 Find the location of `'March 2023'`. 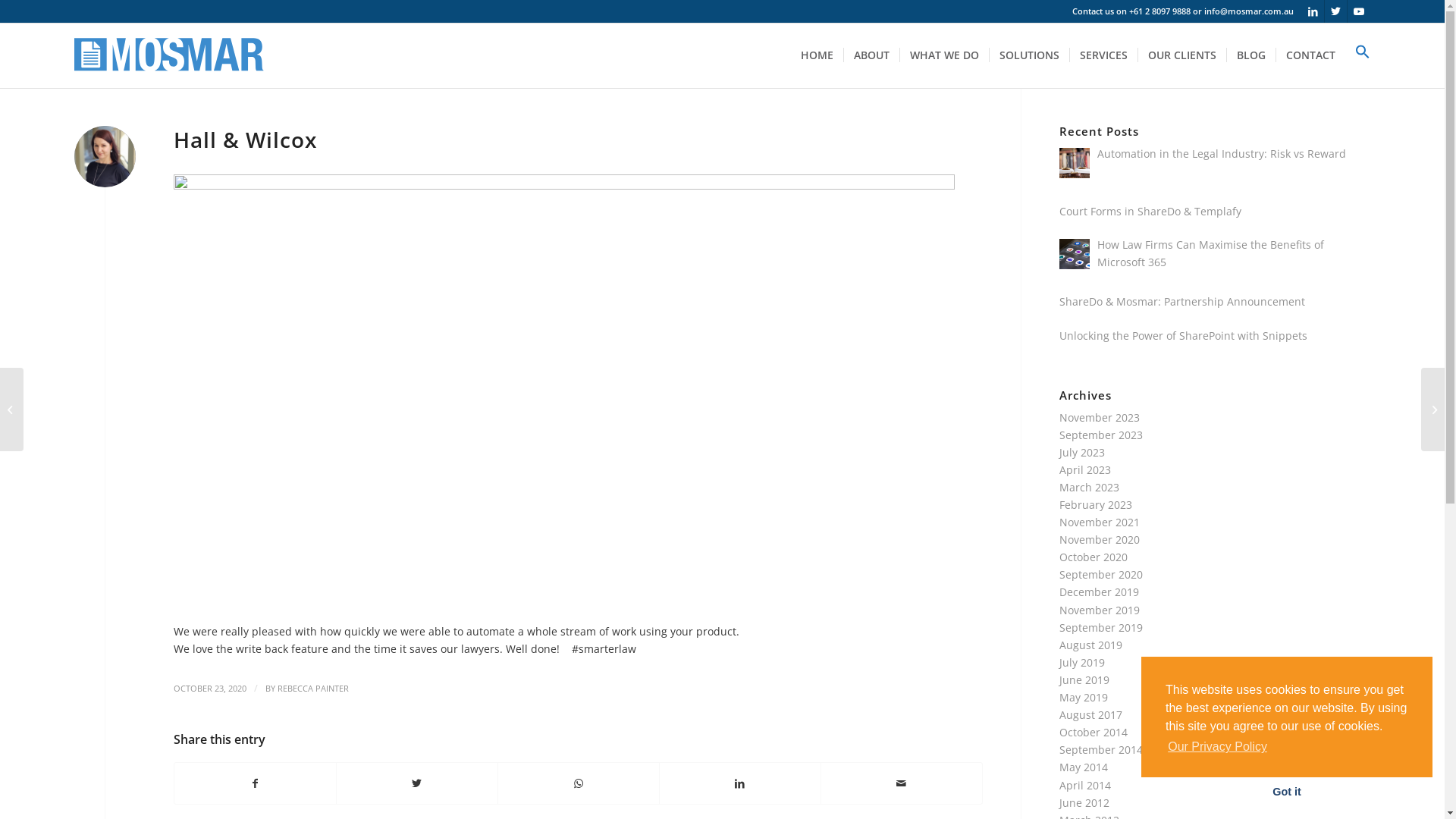

'March 2023' is located at coordinates (1088, 487).